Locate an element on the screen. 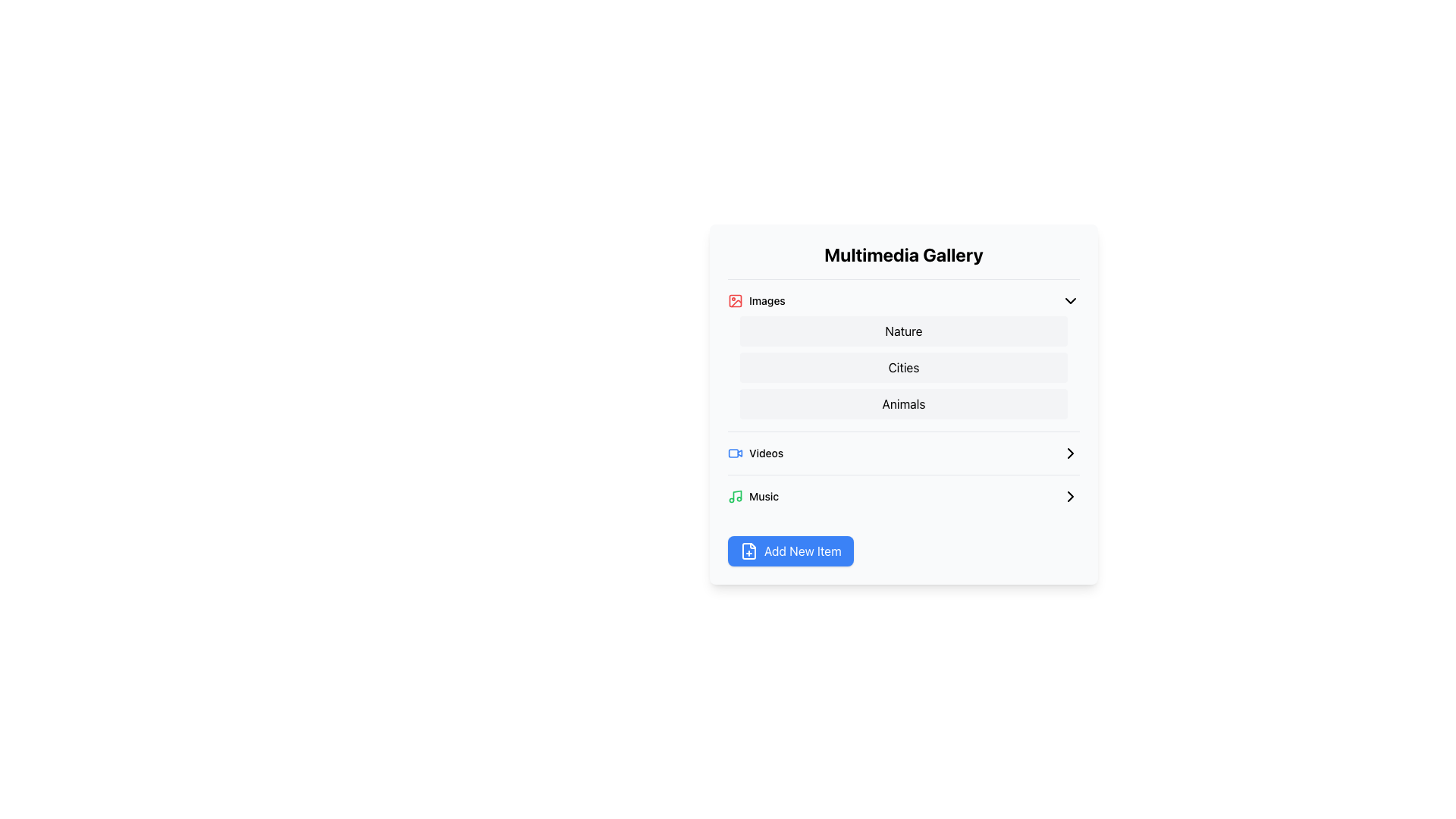 This screenshot has height=819, width=1456. the selectable item labeled 'Nature' in the list under the 'Images' section is located at coordinates (903, 330).